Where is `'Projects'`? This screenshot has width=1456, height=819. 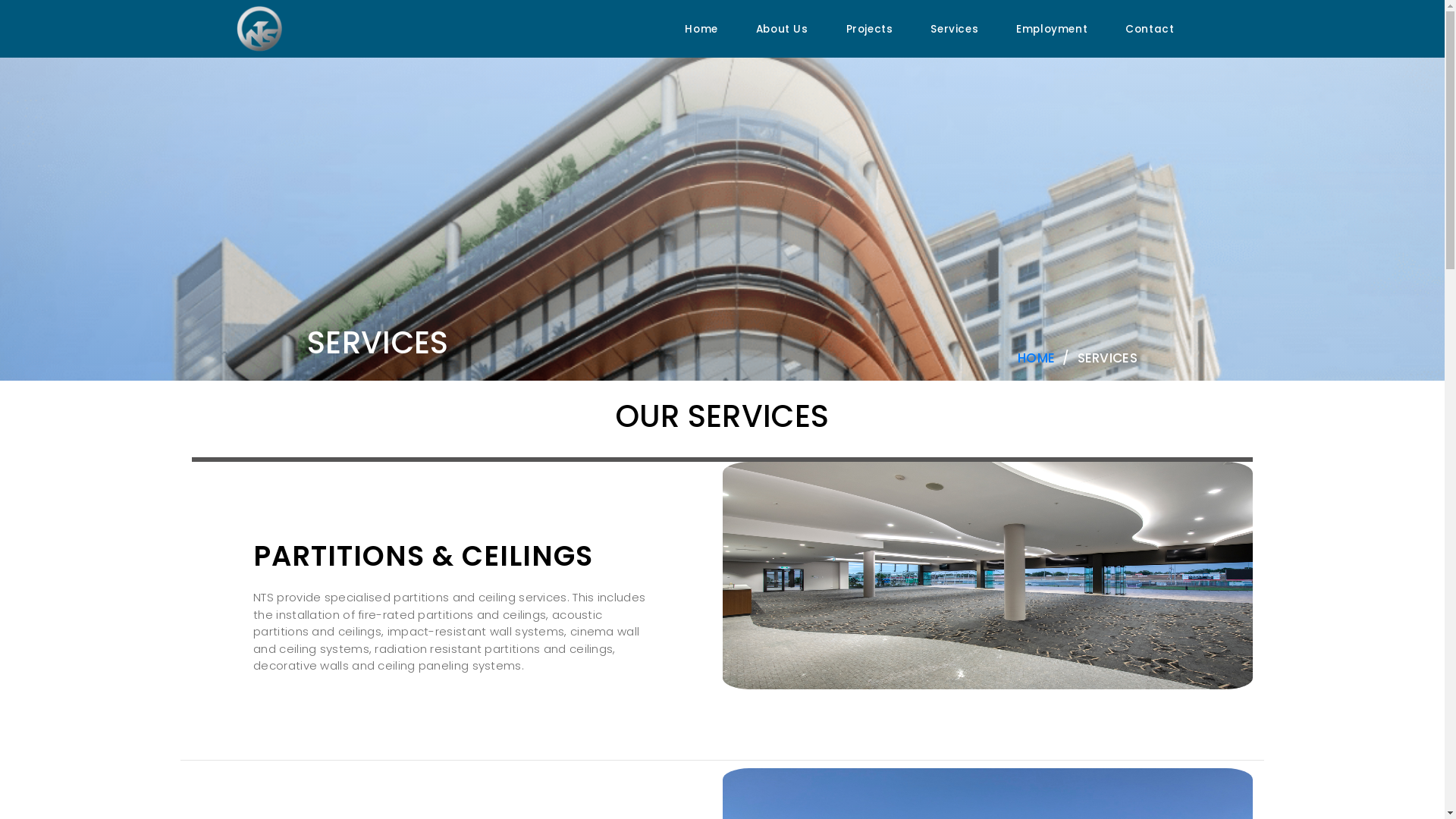 'Projects' is located at coordinates (870, 29).